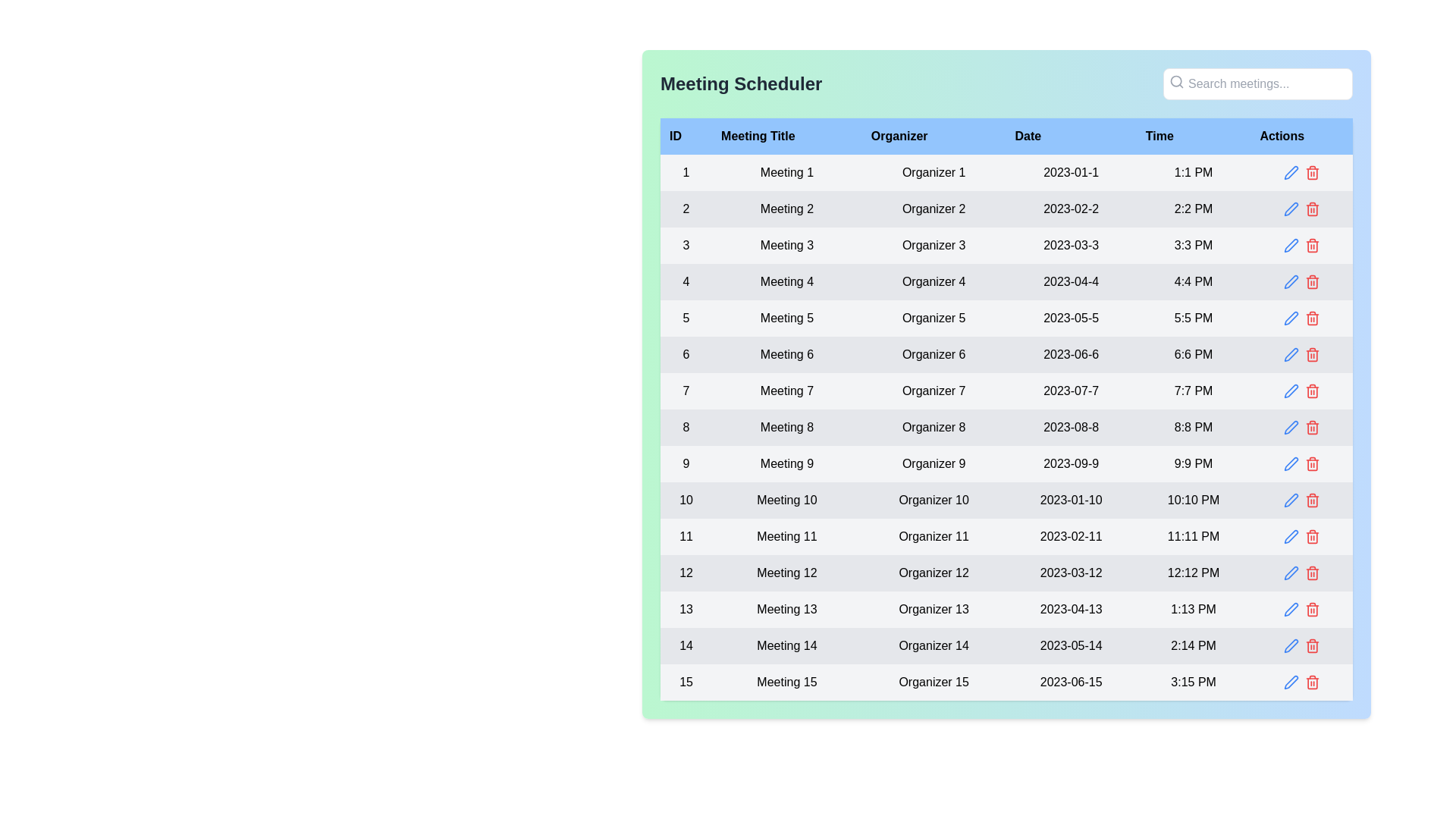 This screenshot has width=1456, height=819. Describe the element at coordinates (1070, 391) in the screenshot. I see `the static text display showing the date '2023-07-7' located in the 'Date' column of the seventh row in the 'Meeting Scheduler' data grid` at that location.